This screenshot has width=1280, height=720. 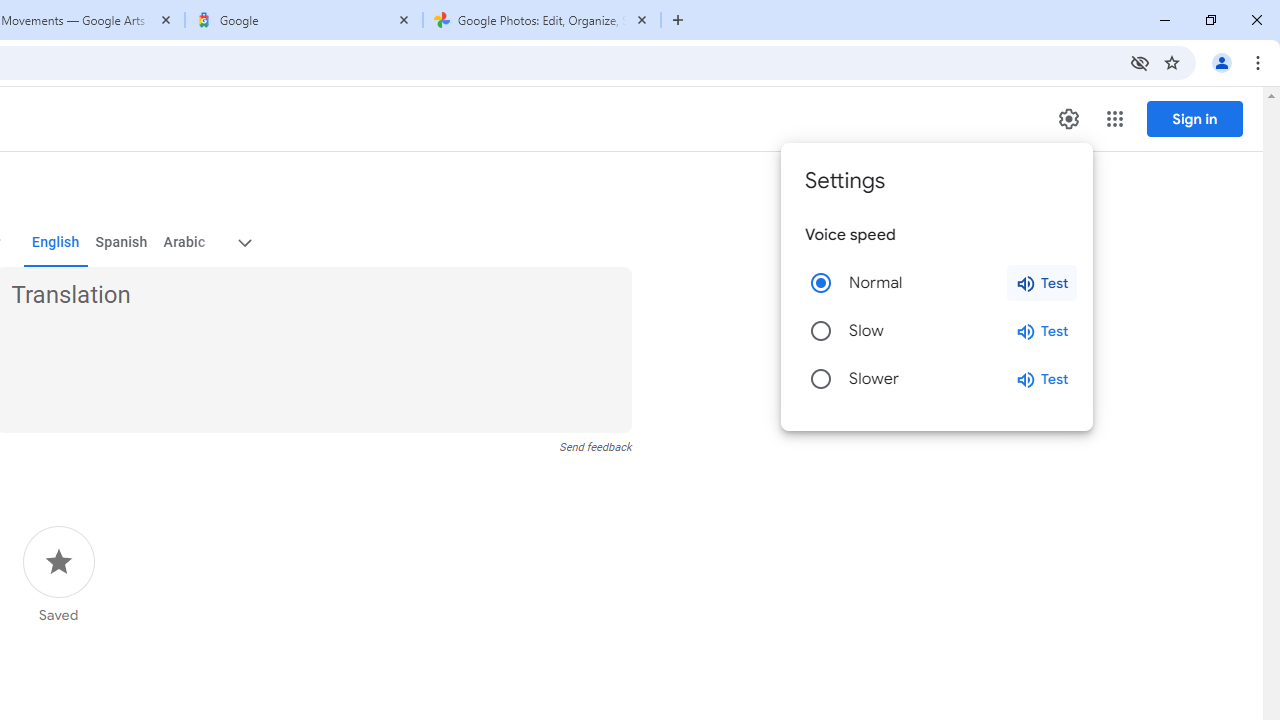 I want to click on 'Test slow speed', so click(x=1040, y=330).